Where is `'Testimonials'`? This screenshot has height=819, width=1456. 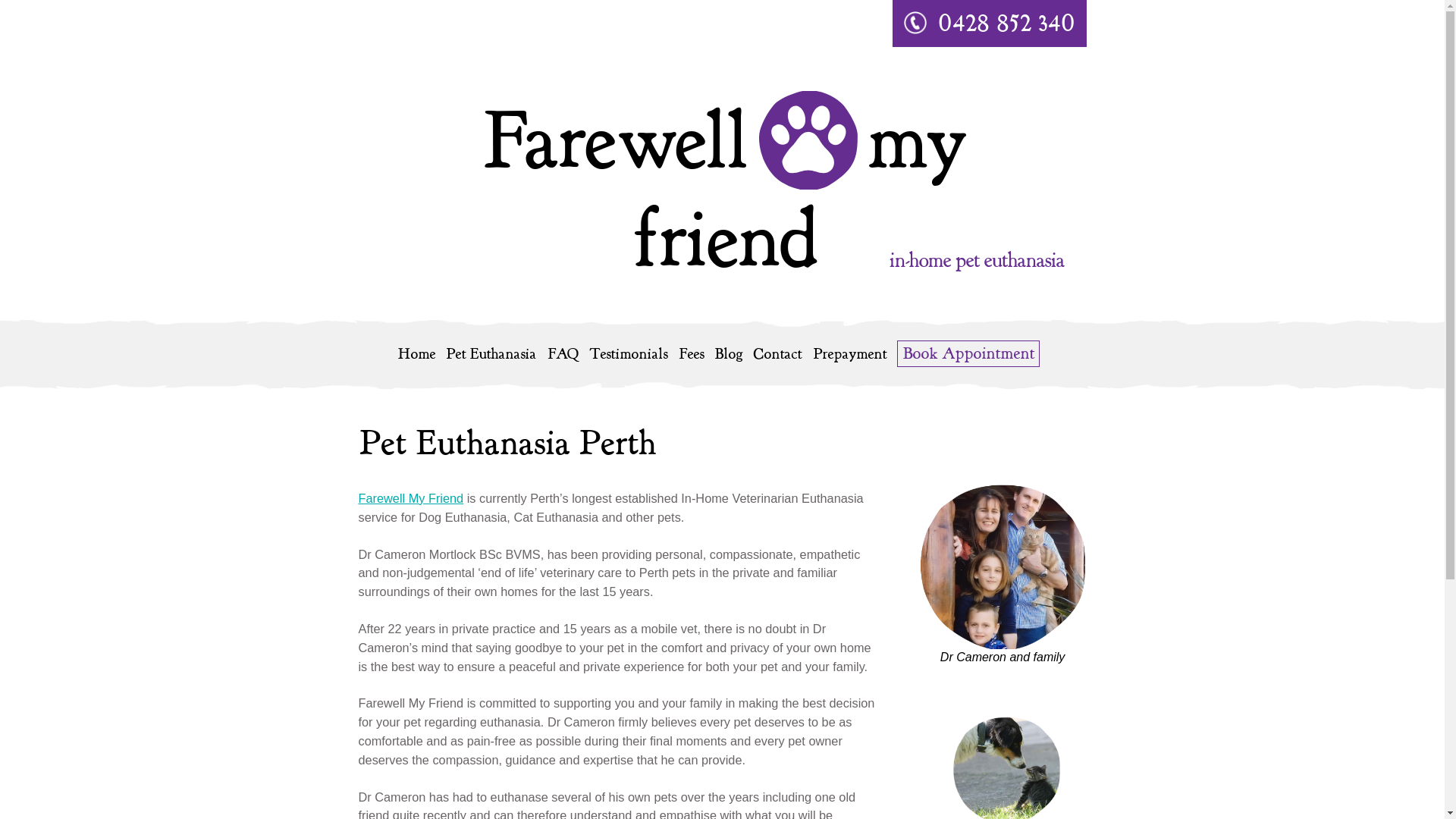
'Testimonials' is located at coordinates (628, 354).